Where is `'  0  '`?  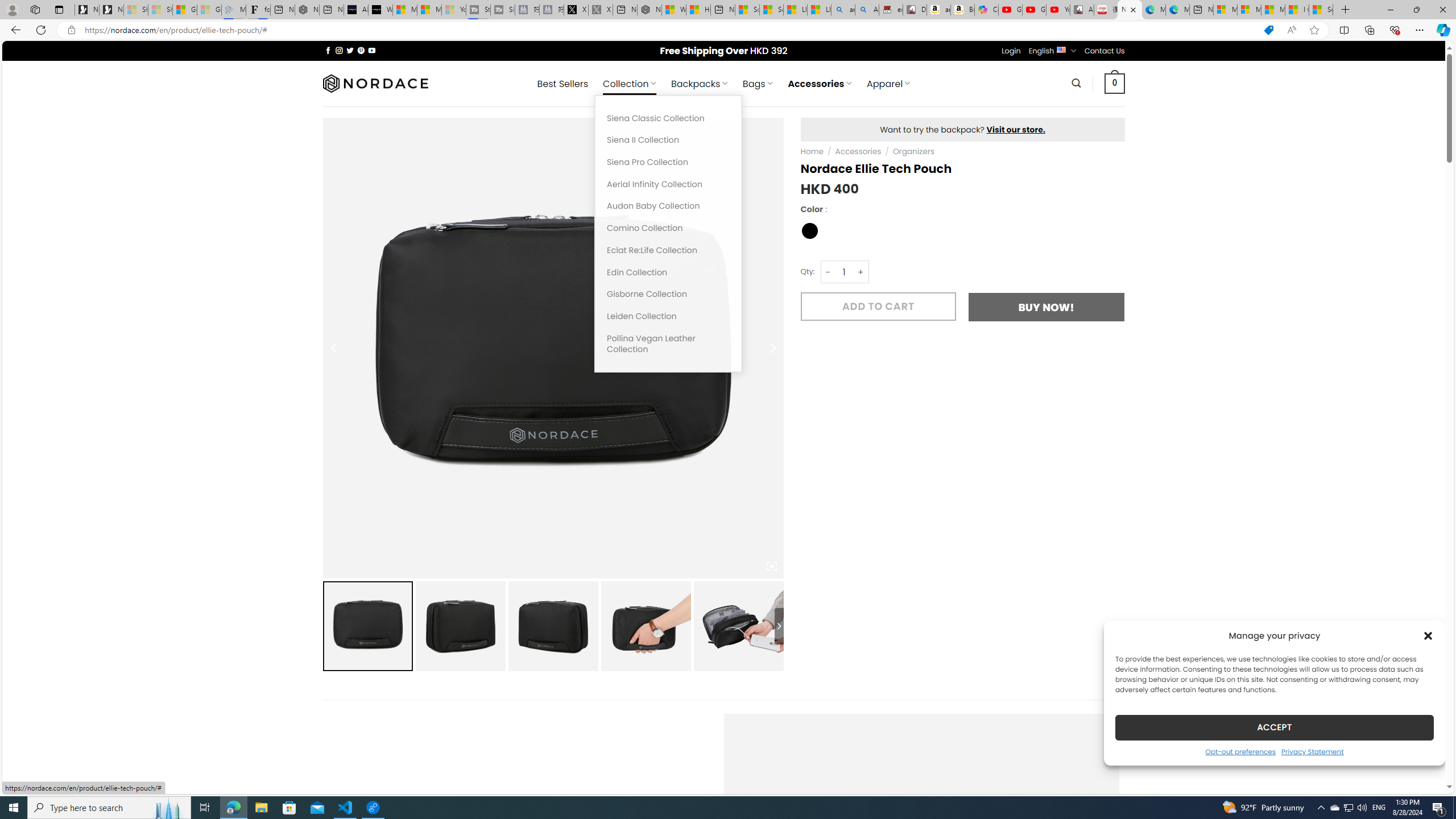
'  0  ' is located at coordinates (1115, 82).